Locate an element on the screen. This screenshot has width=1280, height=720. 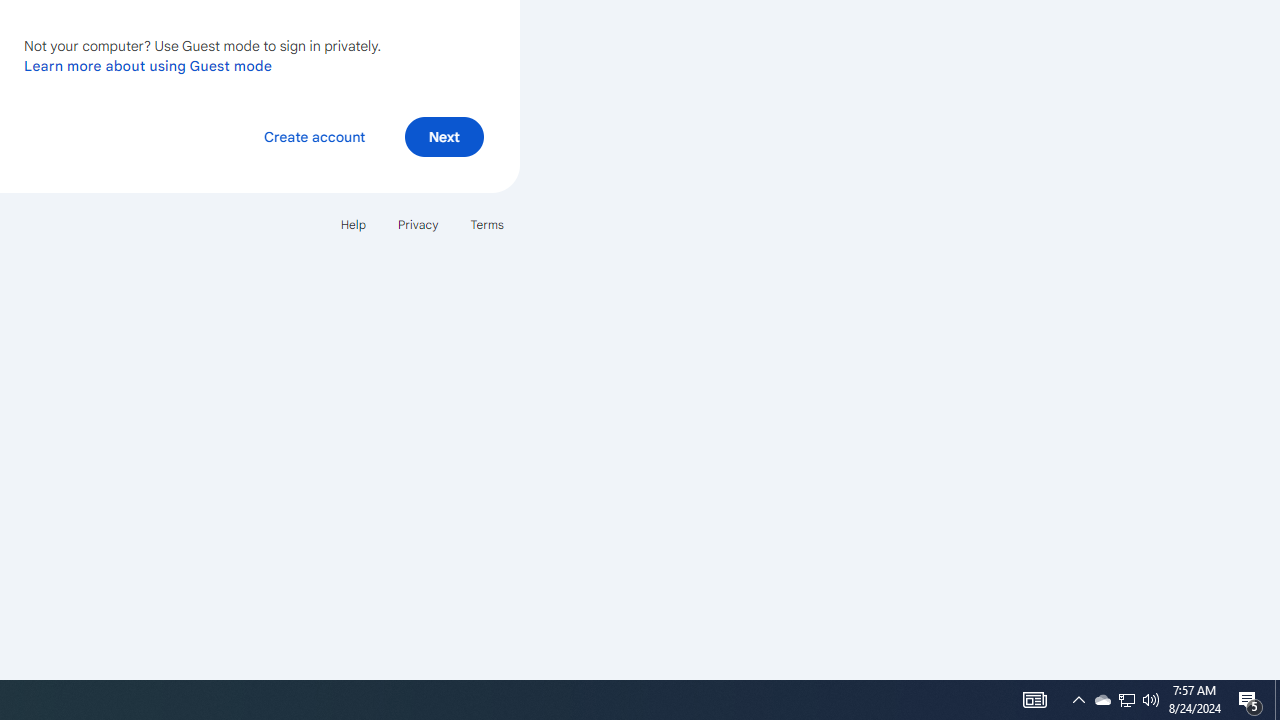
'Terms' is located at coordinates (487, 224).